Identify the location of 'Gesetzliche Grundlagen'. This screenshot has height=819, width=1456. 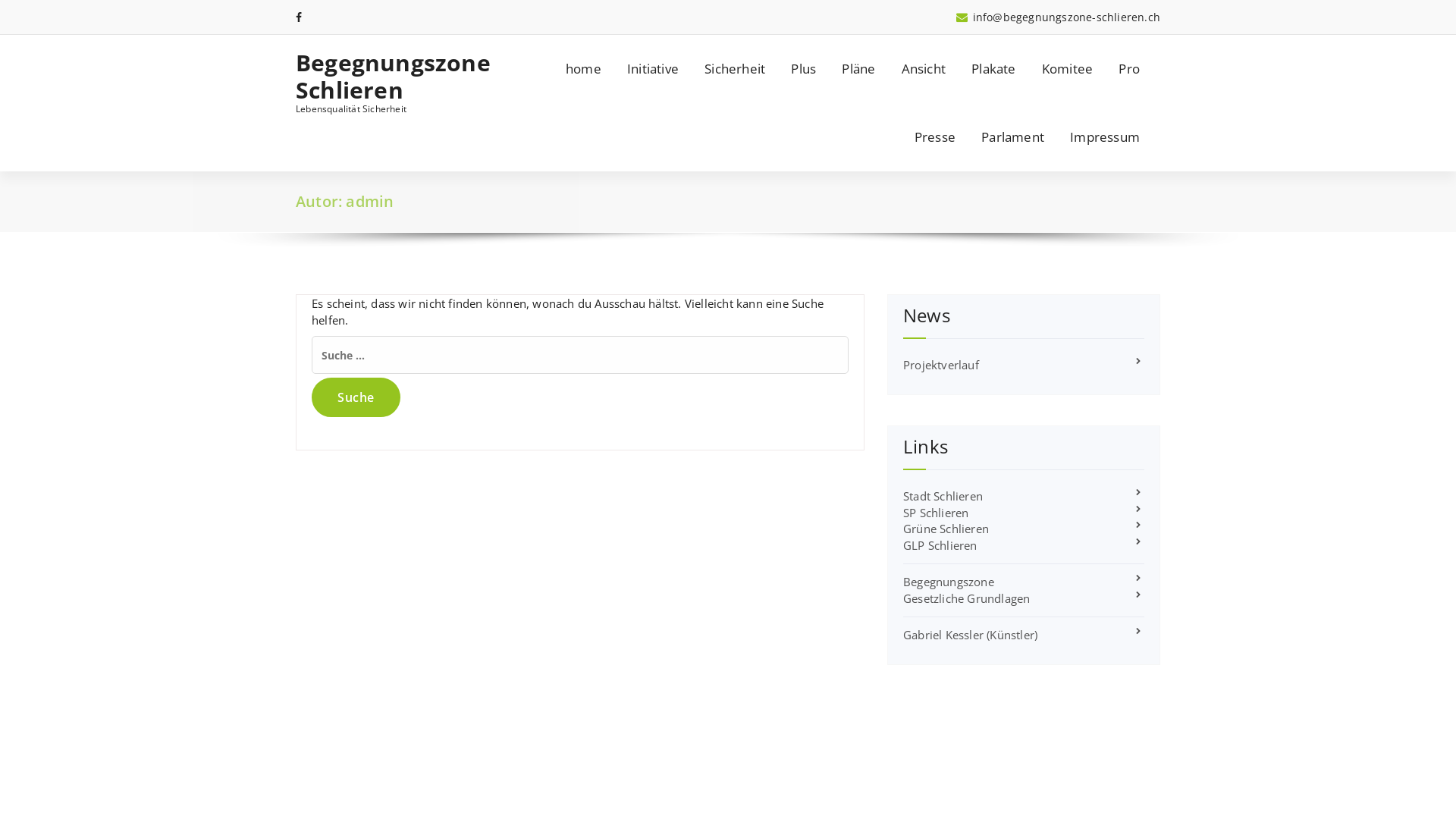
(965, 598).